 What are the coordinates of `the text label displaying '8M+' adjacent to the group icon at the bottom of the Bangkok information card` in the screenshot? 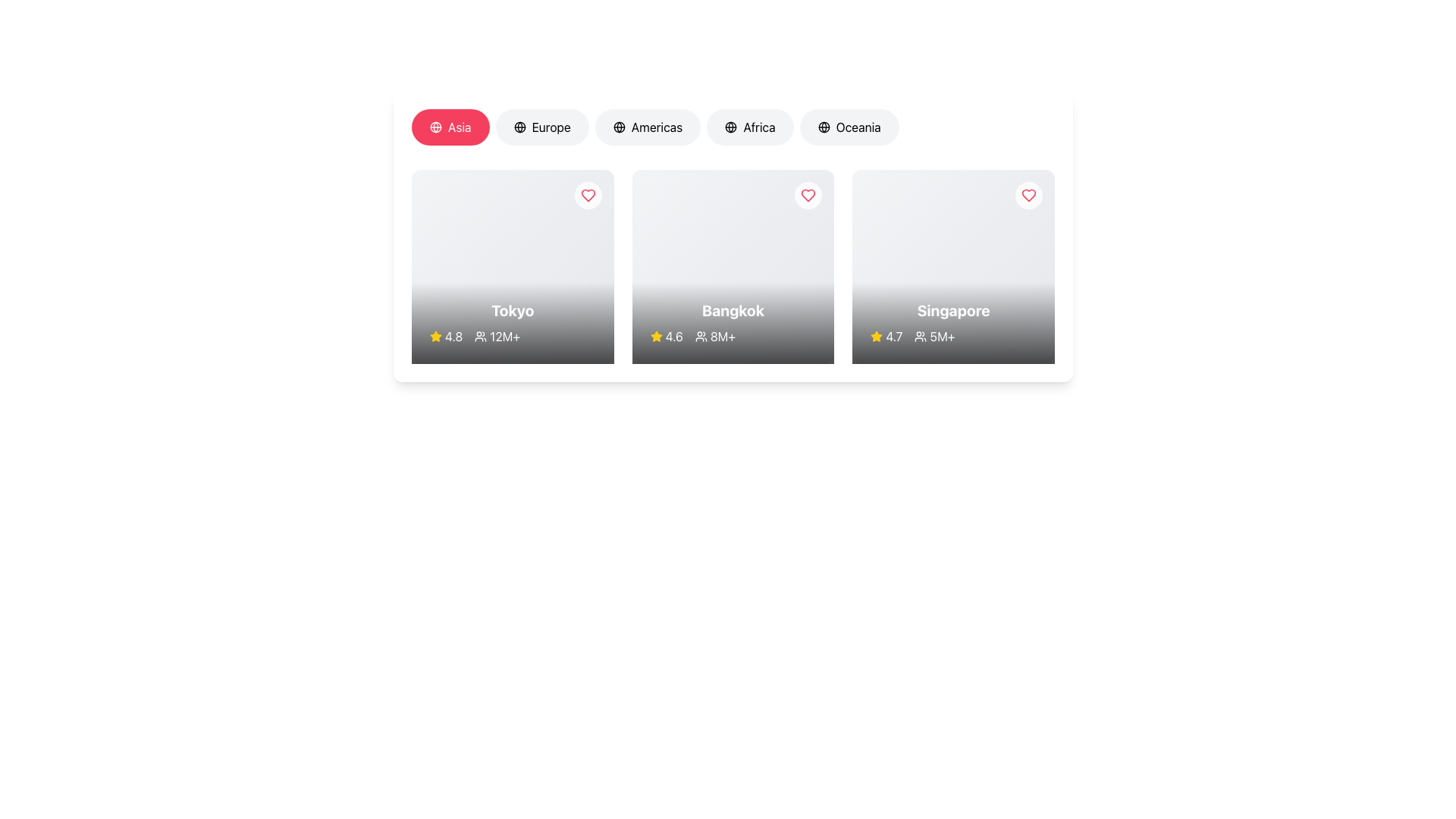 It's located at (733, 335).